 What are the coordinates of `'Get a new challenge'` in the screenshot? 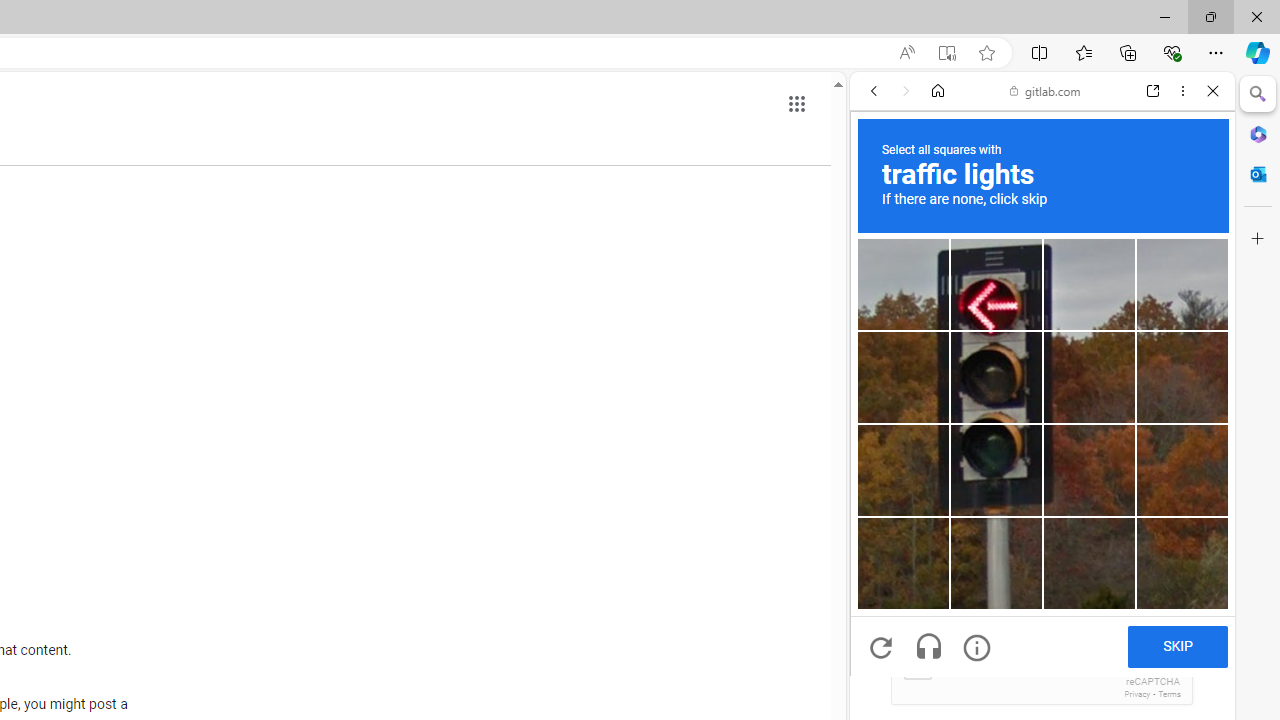 It's located at (880, 648).